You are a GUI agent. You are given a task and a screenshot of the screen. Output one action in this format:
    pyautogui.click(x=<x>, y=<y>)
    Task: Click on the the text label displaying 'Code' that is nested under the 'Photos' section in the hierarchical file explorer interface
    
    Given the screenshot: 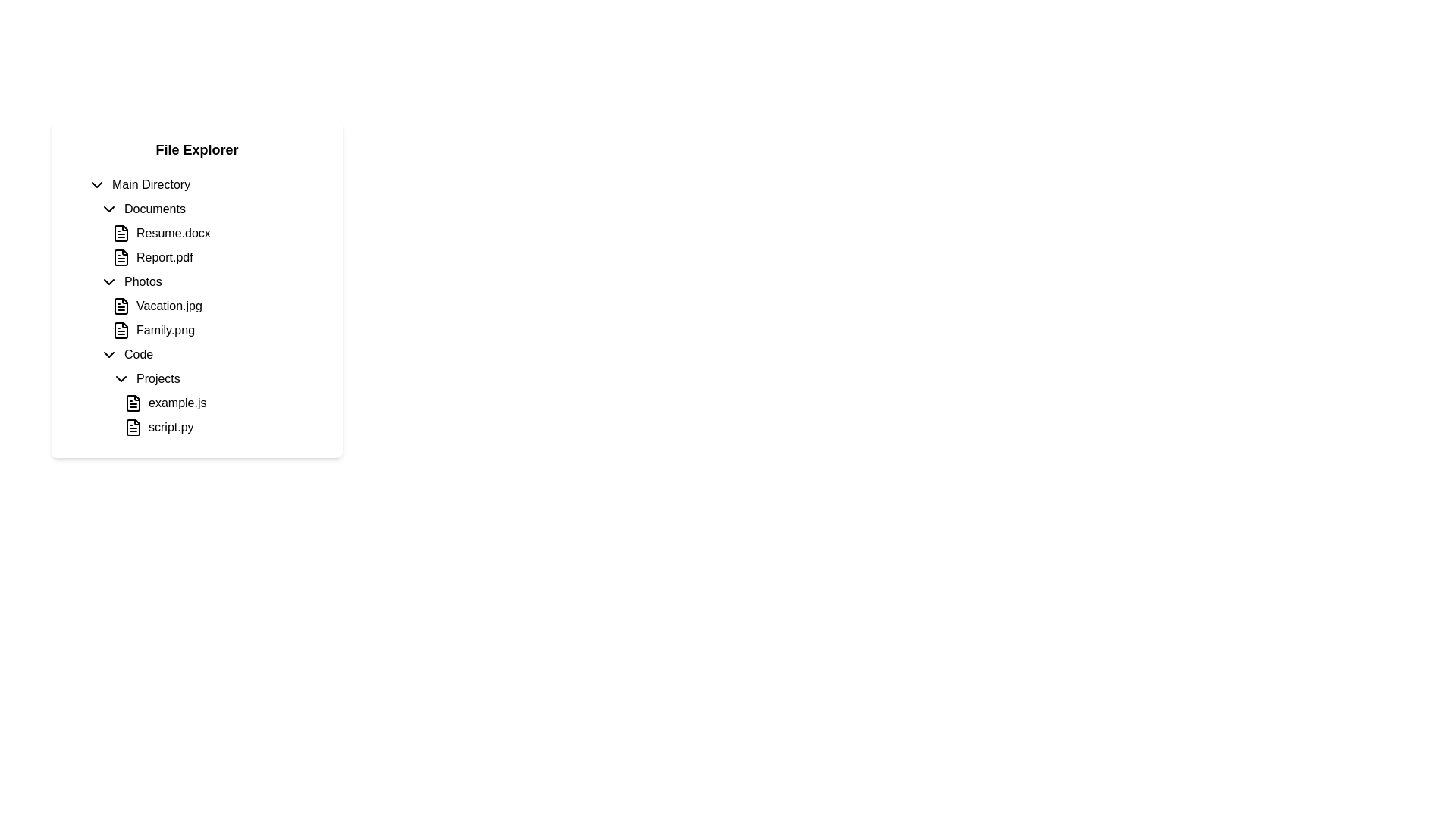 What is the action you would take?
    pyautogui.click(x=139, y=354)
    